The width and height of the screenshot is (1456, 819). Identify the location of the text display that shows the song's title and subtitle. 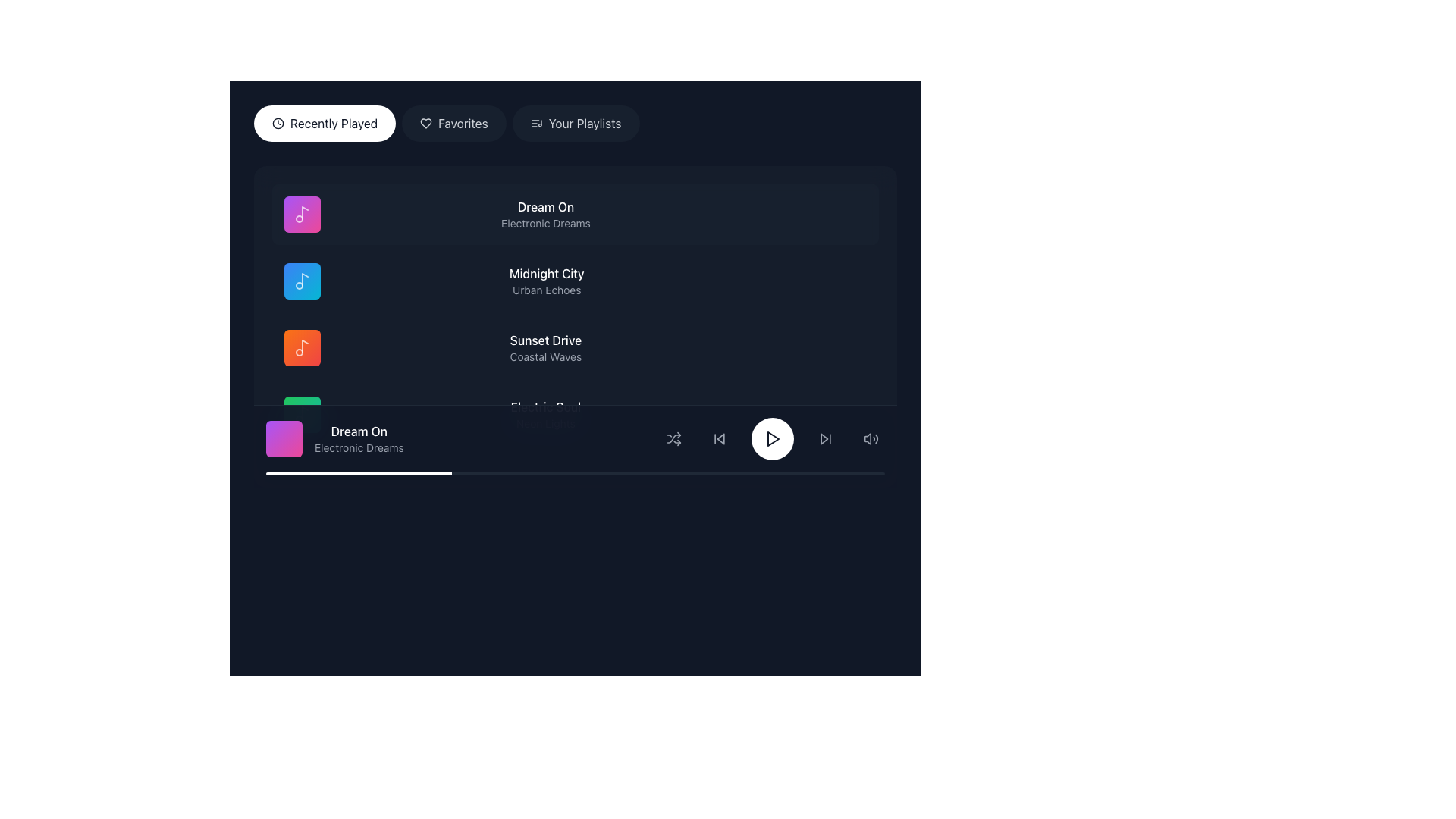
(546, 214).